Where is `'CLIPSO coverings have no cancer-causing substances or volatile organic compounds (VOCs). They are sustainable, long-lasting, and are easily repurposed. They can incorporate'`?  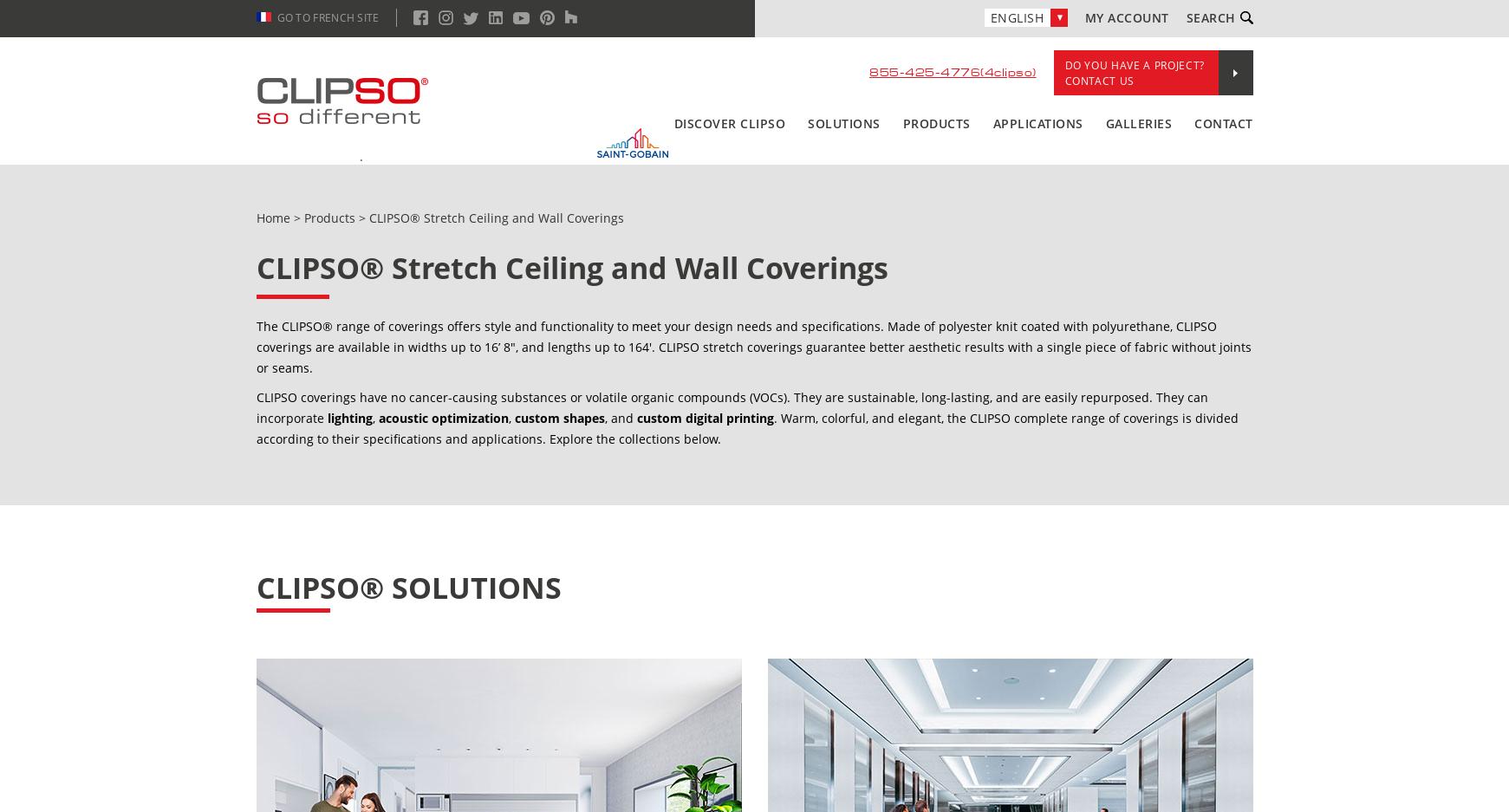
'CLIPSO coverings have no cancer-causing substances or volatile organic compounds (VOCs). They are sustainable, long-lasting, and are easily repurposed. They can incorporate' is located at coordinates (731, 407).